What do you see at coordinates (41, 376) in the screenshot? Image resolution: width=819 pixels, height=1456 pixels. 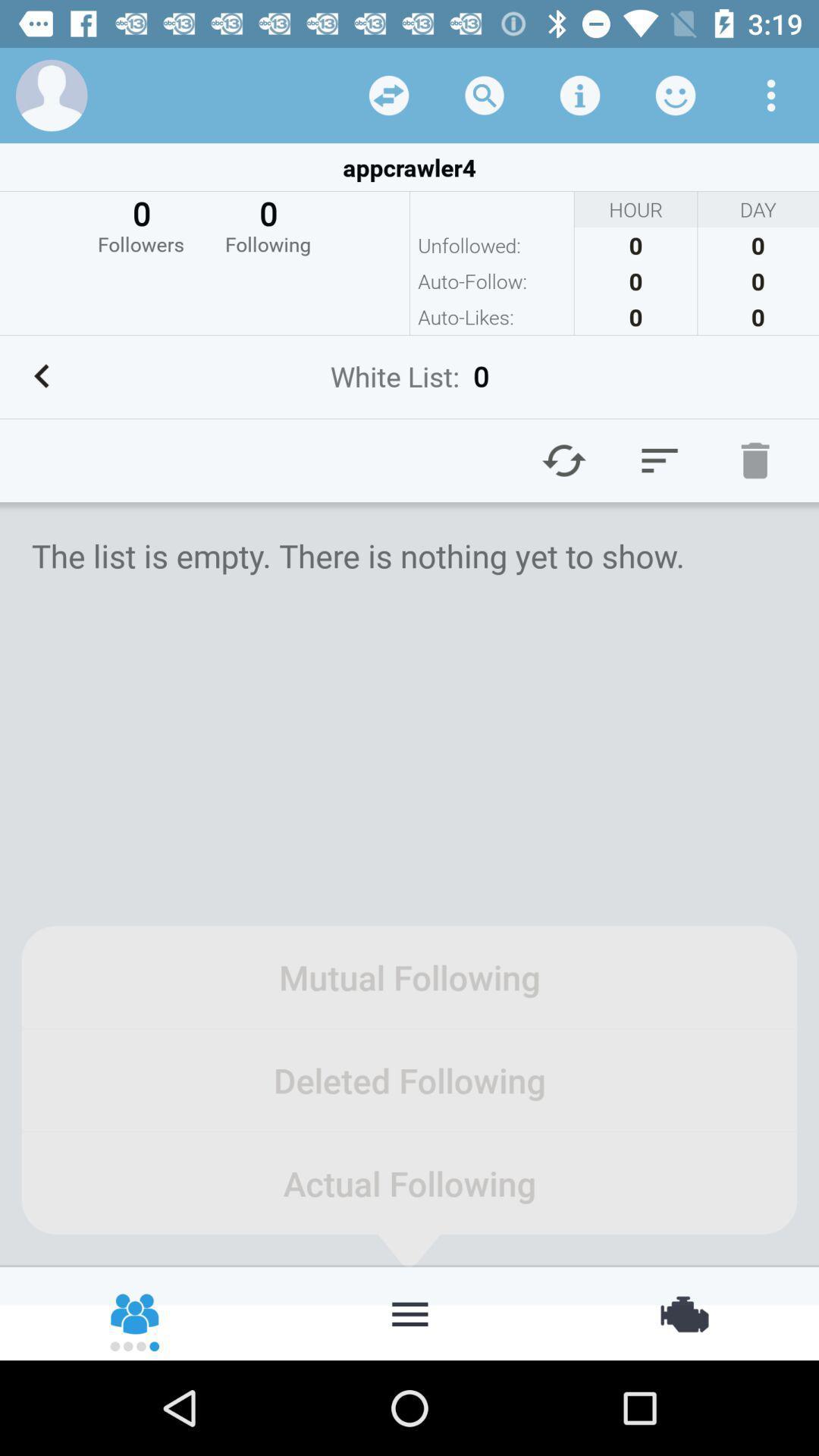 I see `backwart` at bounding box center [41, 376].